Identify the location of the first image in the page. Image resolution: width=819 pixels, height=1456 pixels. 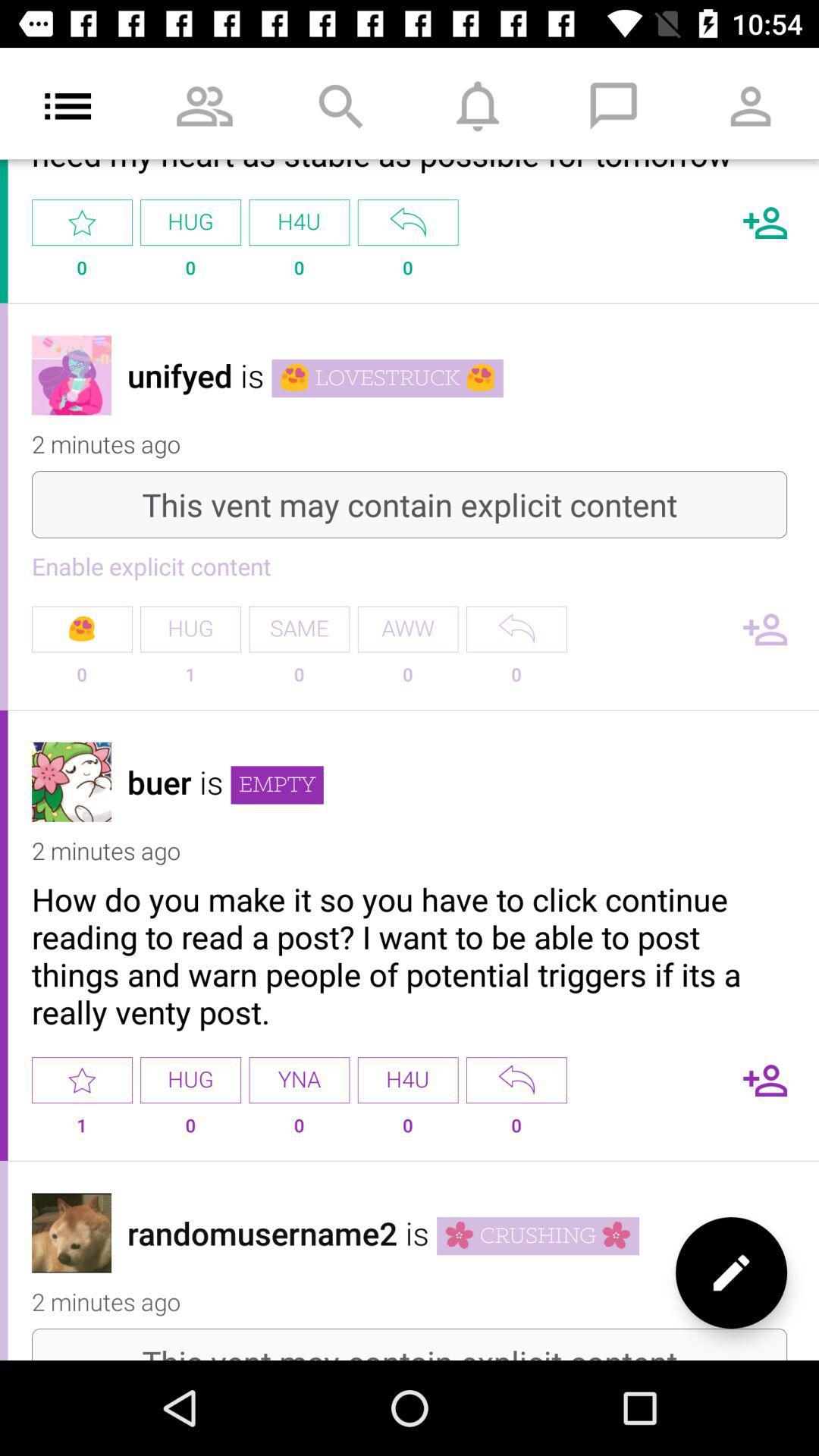
(71, 375).